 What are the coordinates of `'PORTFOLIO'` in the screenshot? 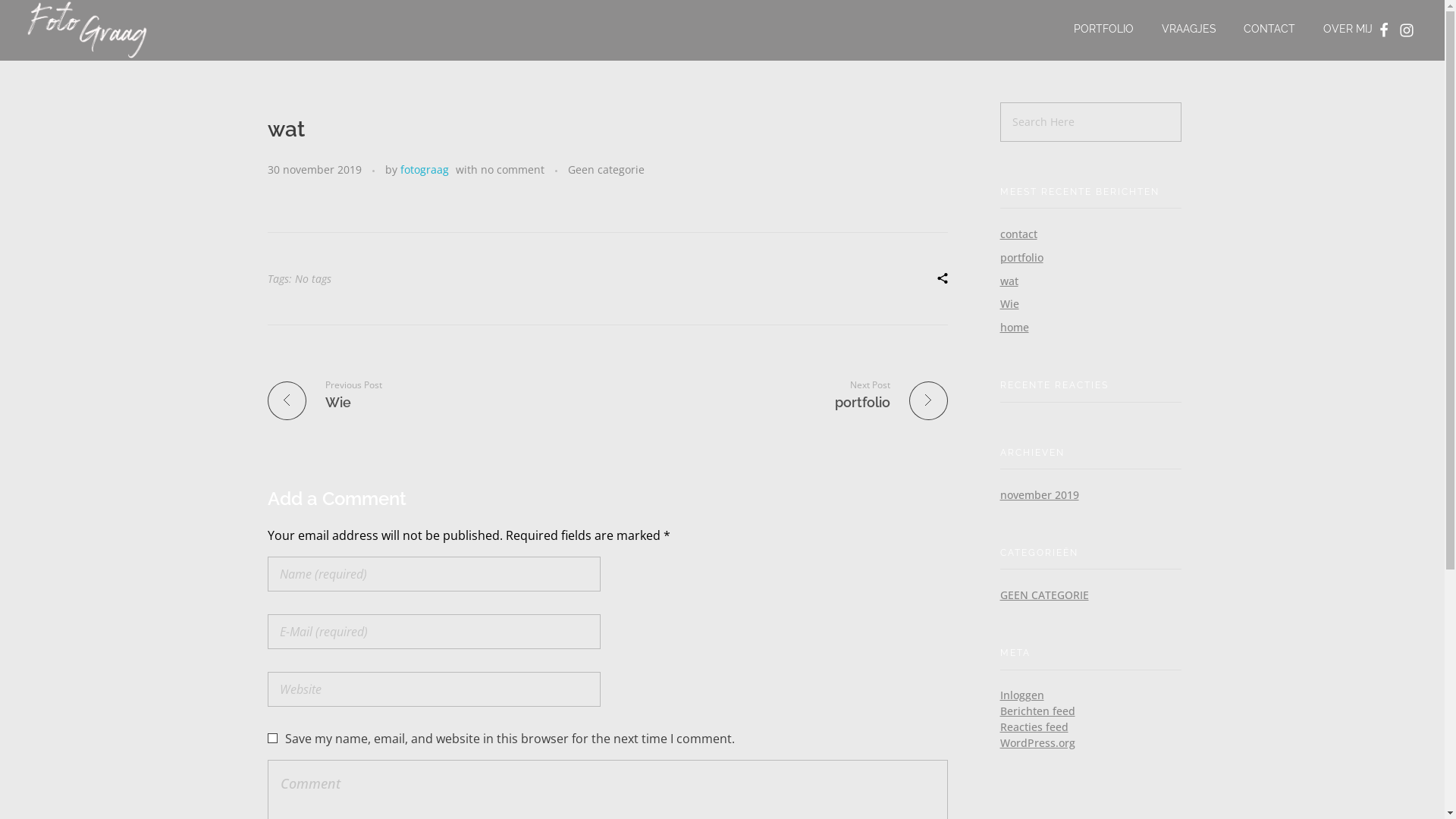 It's located at (1110, 29).